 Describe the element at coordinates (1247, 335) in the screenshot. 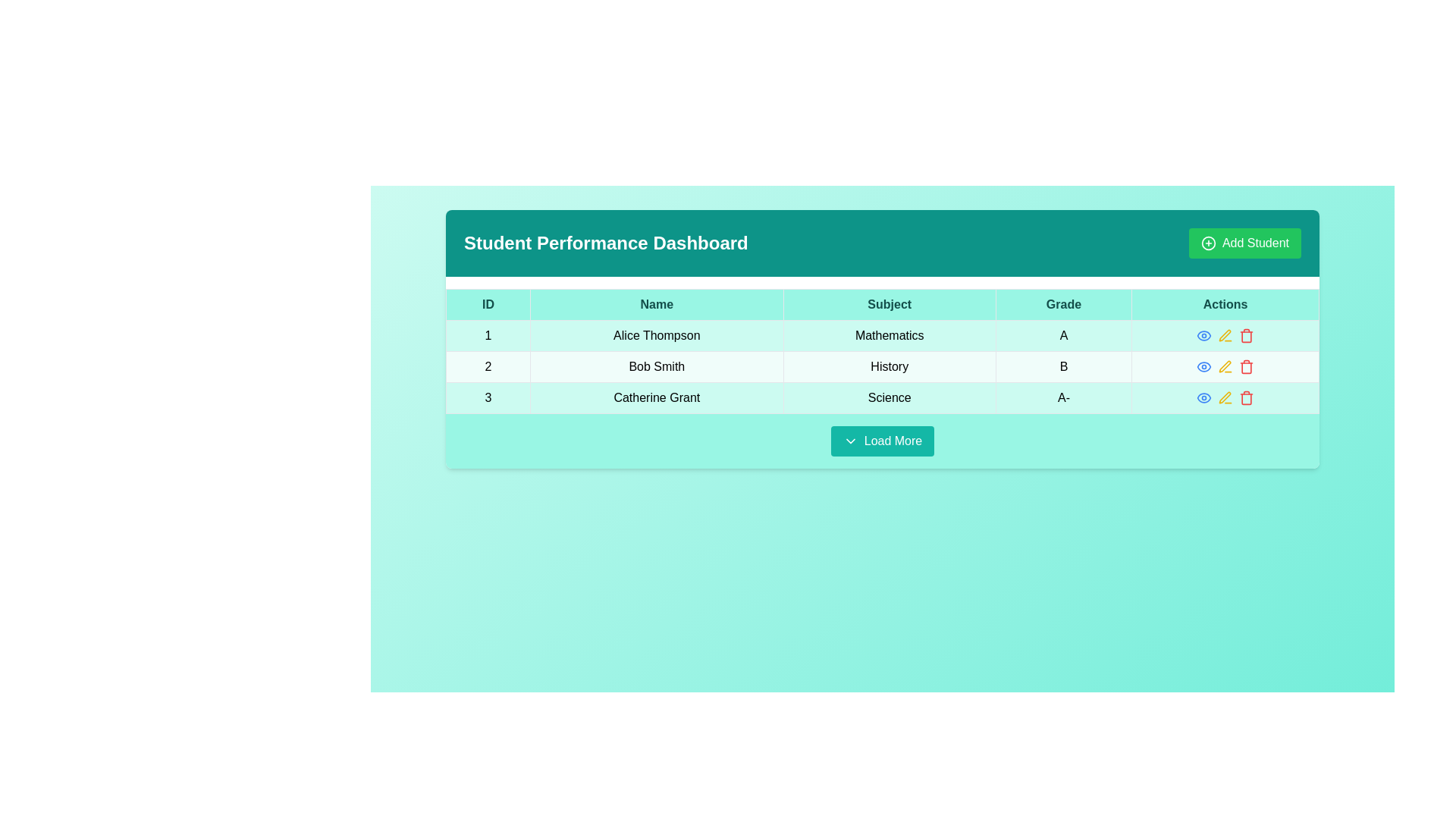

I see `the delete button with an icon located in the 'Actions' column of the first row in the table to initiate a deletion action for the corresponding data entry` at that location.